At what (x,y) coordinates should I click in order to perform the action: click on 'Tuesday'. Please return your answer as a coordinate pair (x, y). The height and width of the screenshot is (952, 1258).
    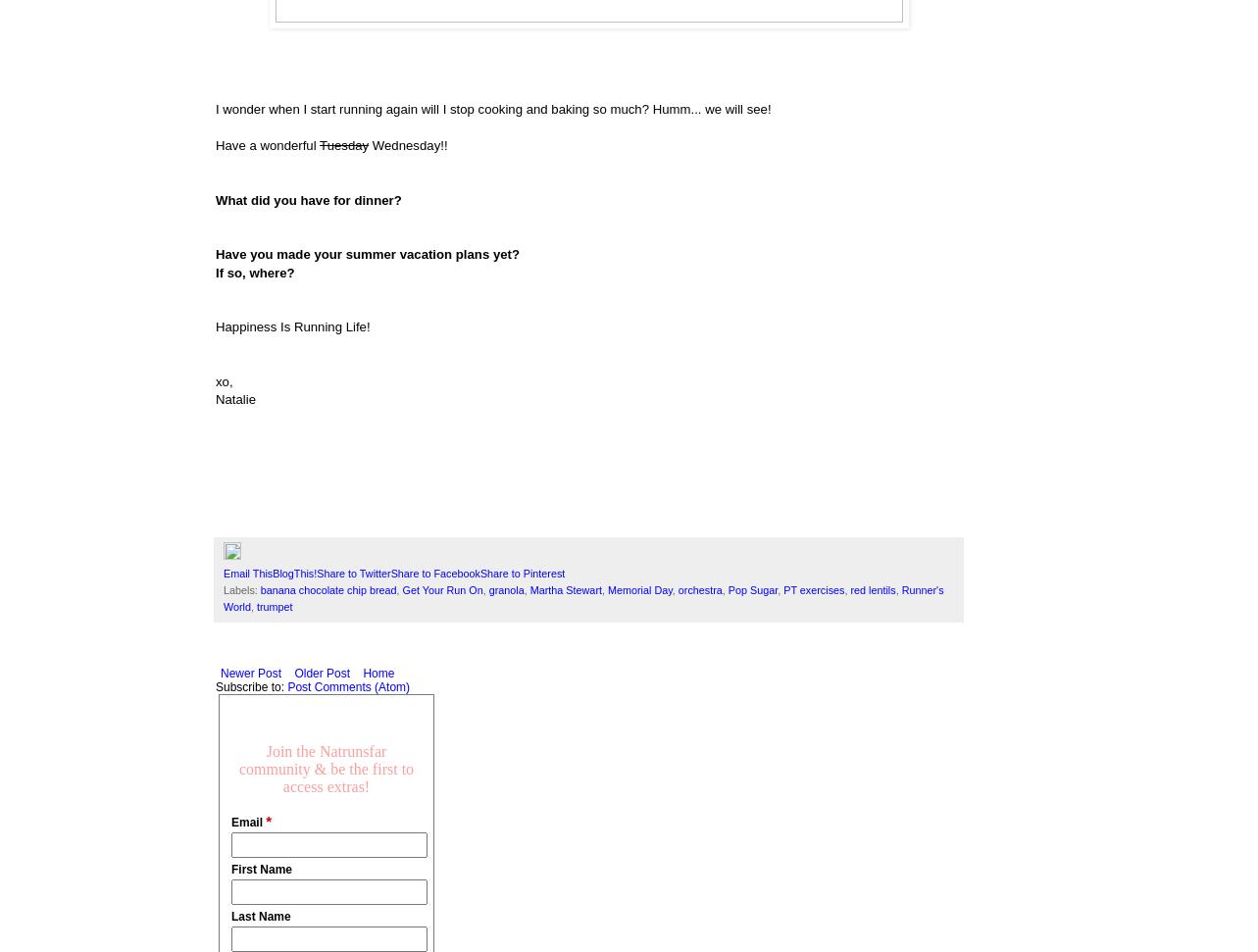
    Looking at the image, I should click on (344, 145).